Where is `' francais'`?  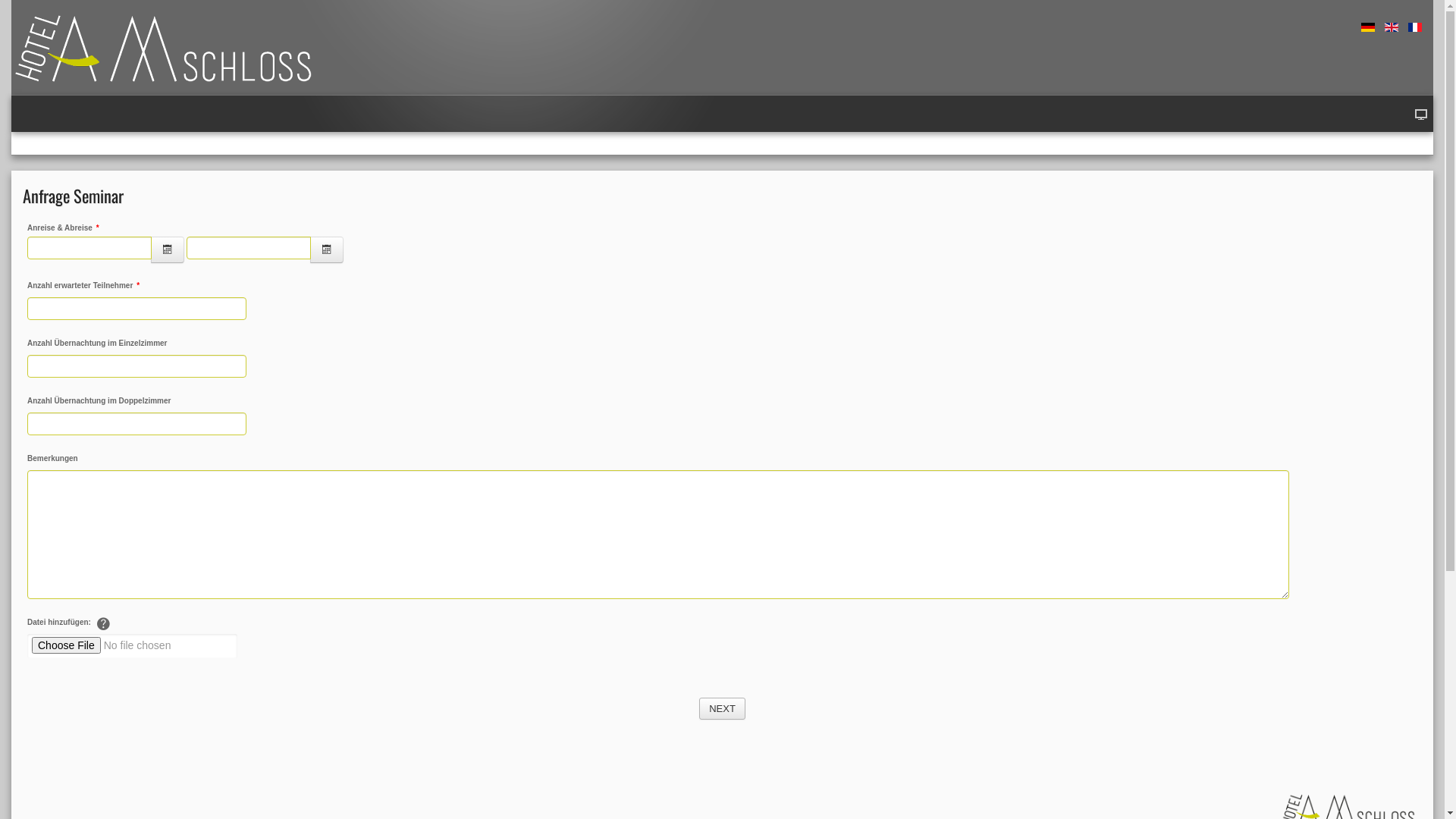 ' francais' is located at coordinates (1414, 27).